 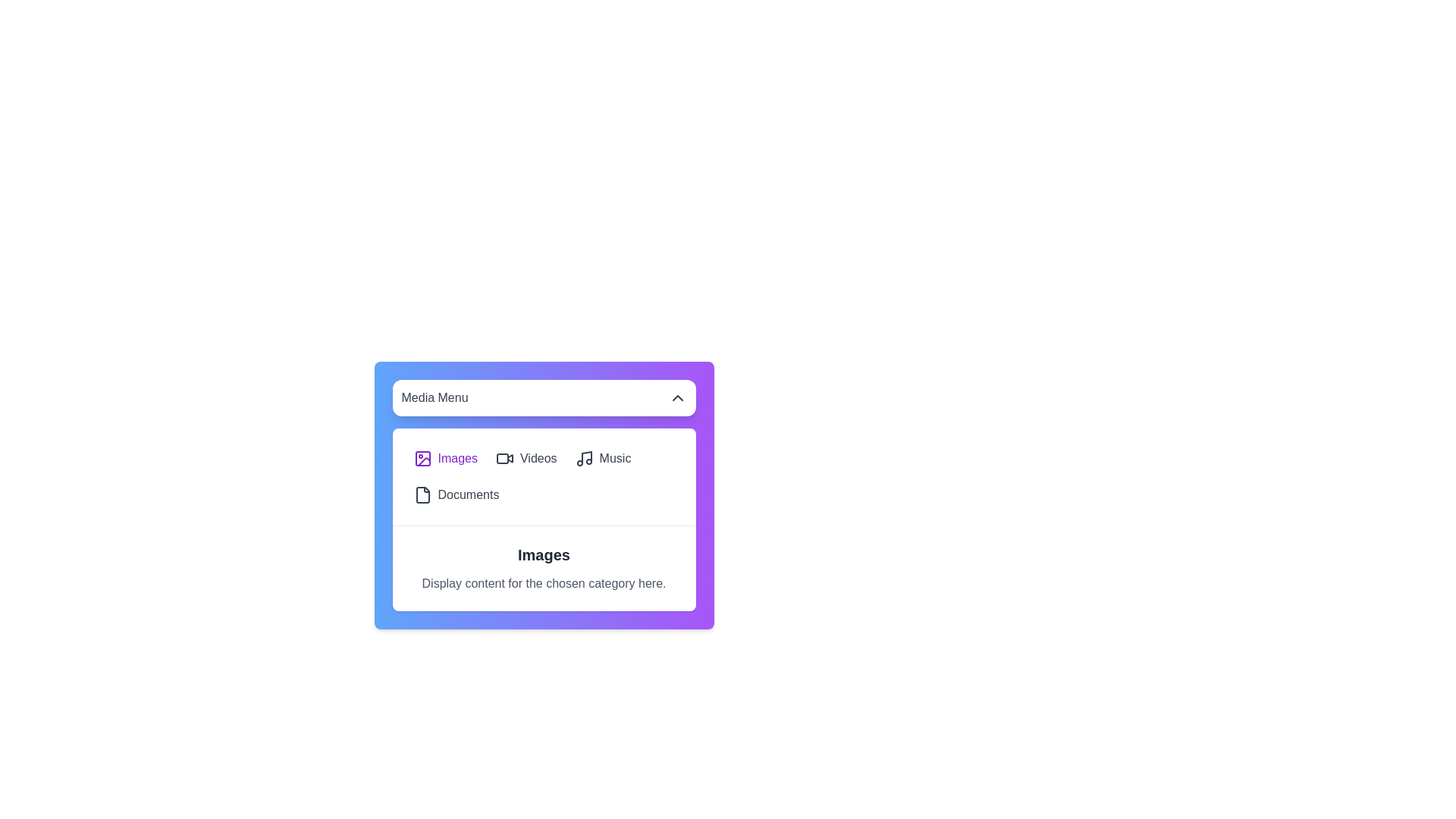 I want to click on the 'Images' category icon located in the Media Menu, so click(x=422, y=458).